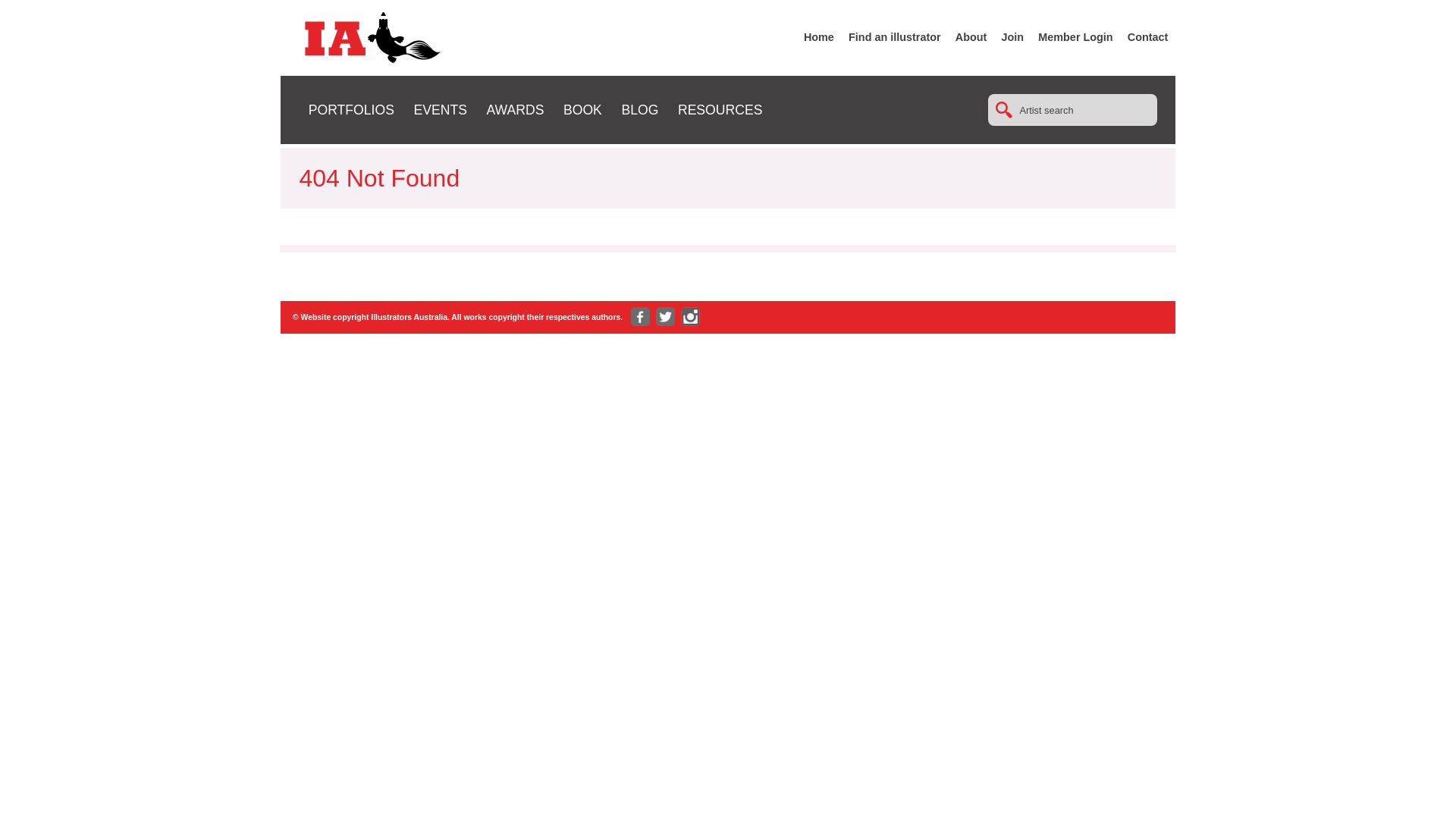  Describe the element at coordinates (818, 36) in the screenshot. I see `'Home'` at that location.